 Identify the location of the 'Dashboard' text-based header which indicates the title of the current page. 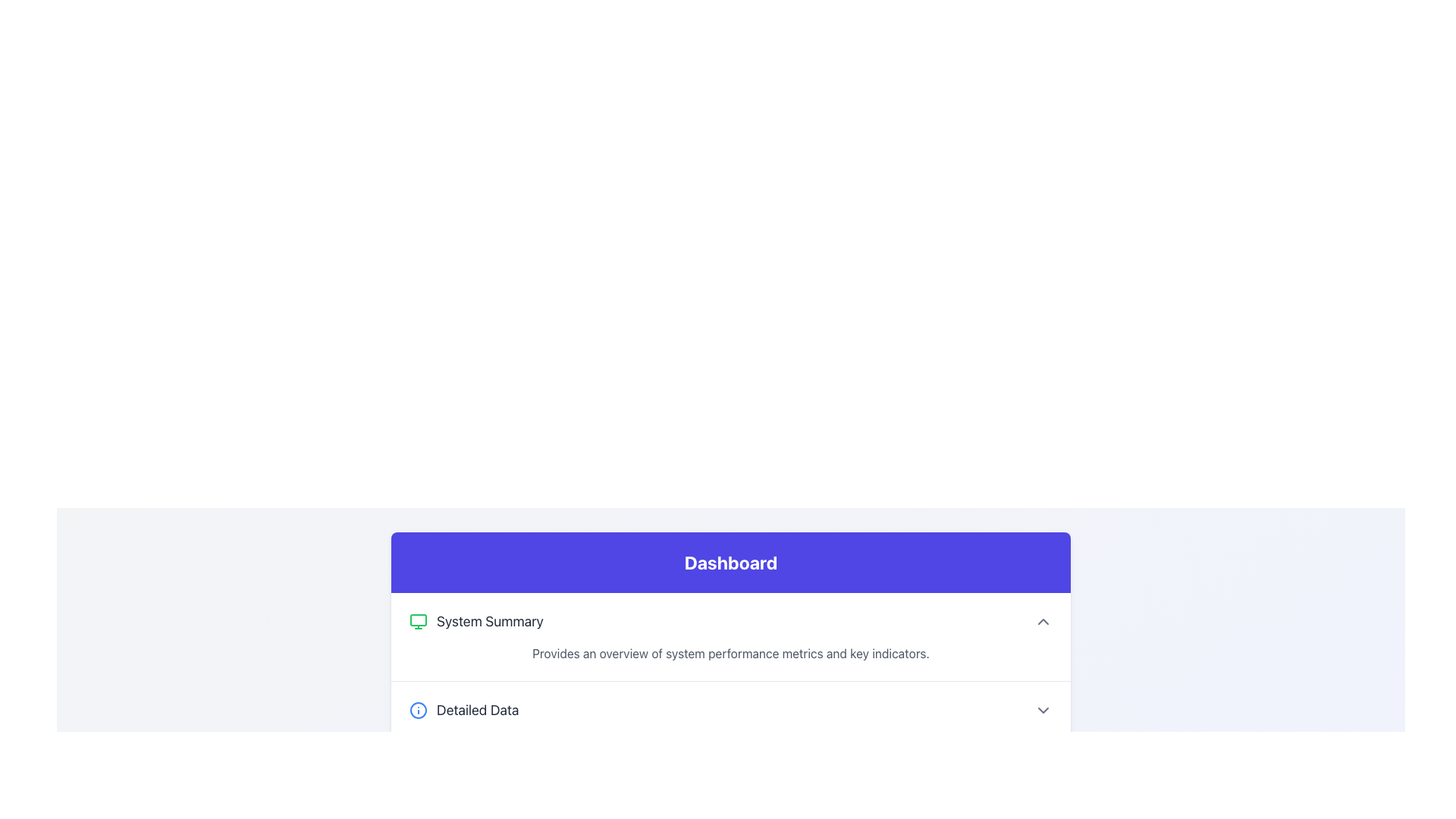
(731, 562).